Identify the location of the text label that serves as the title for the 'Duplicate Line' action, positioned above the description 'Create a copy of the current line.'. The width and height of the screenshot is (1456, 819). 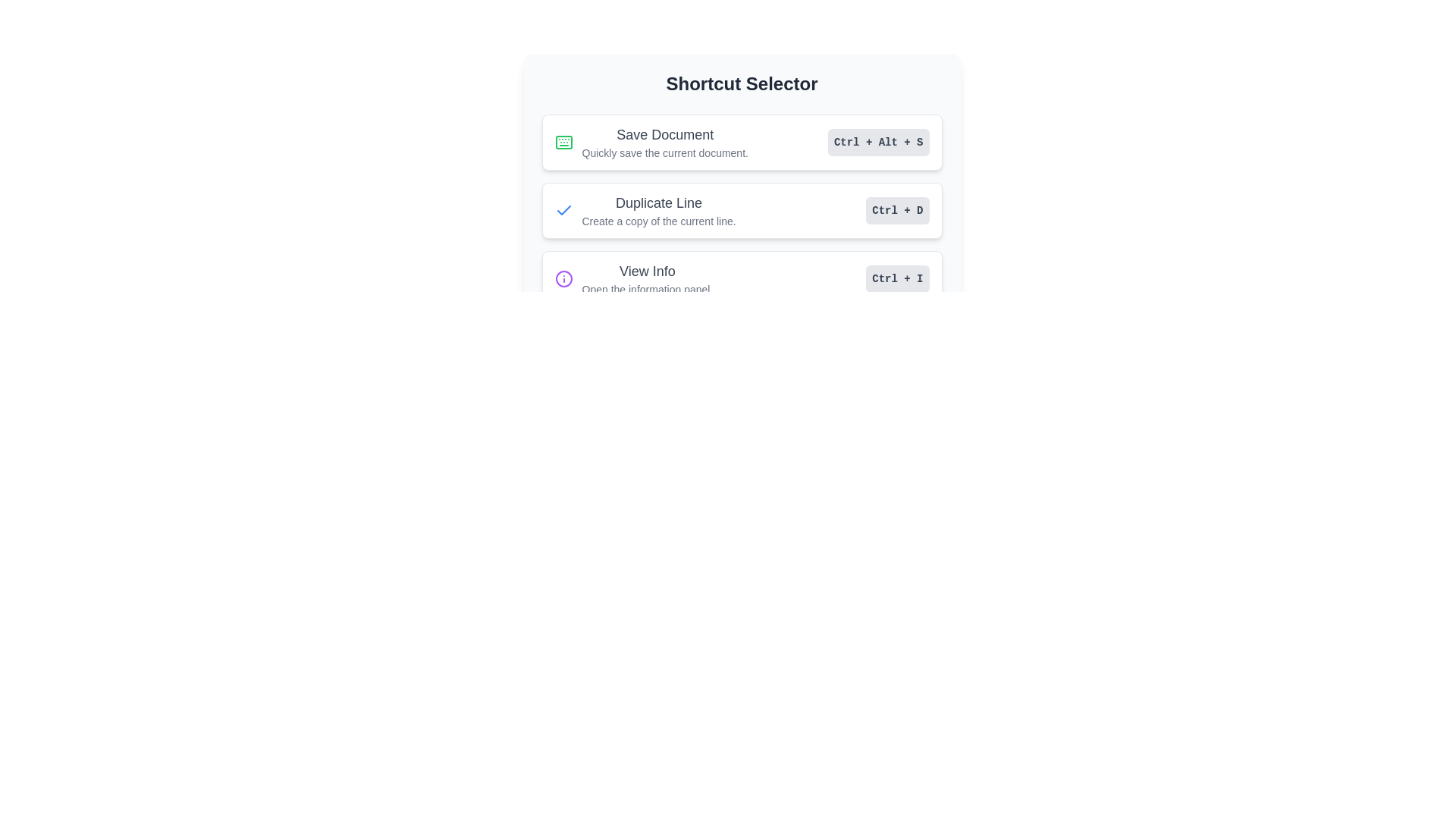
(658, 202).